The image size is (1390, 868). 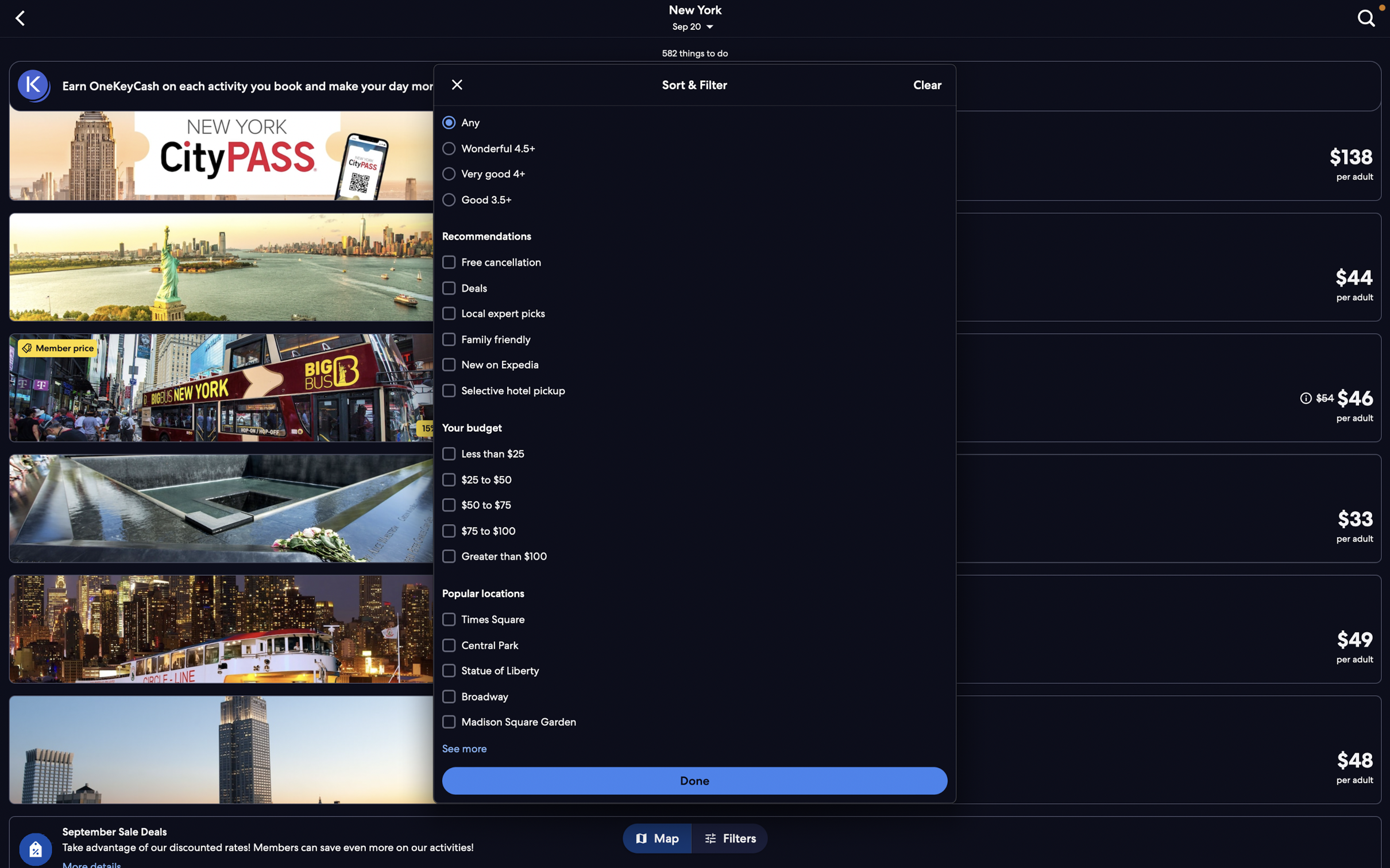 What do you see at coordinates (695, 389) in the screenshot?
I see `Go to the "select hotel pickup" and "more than 100" options and select them` at bounding box center [695, 389].